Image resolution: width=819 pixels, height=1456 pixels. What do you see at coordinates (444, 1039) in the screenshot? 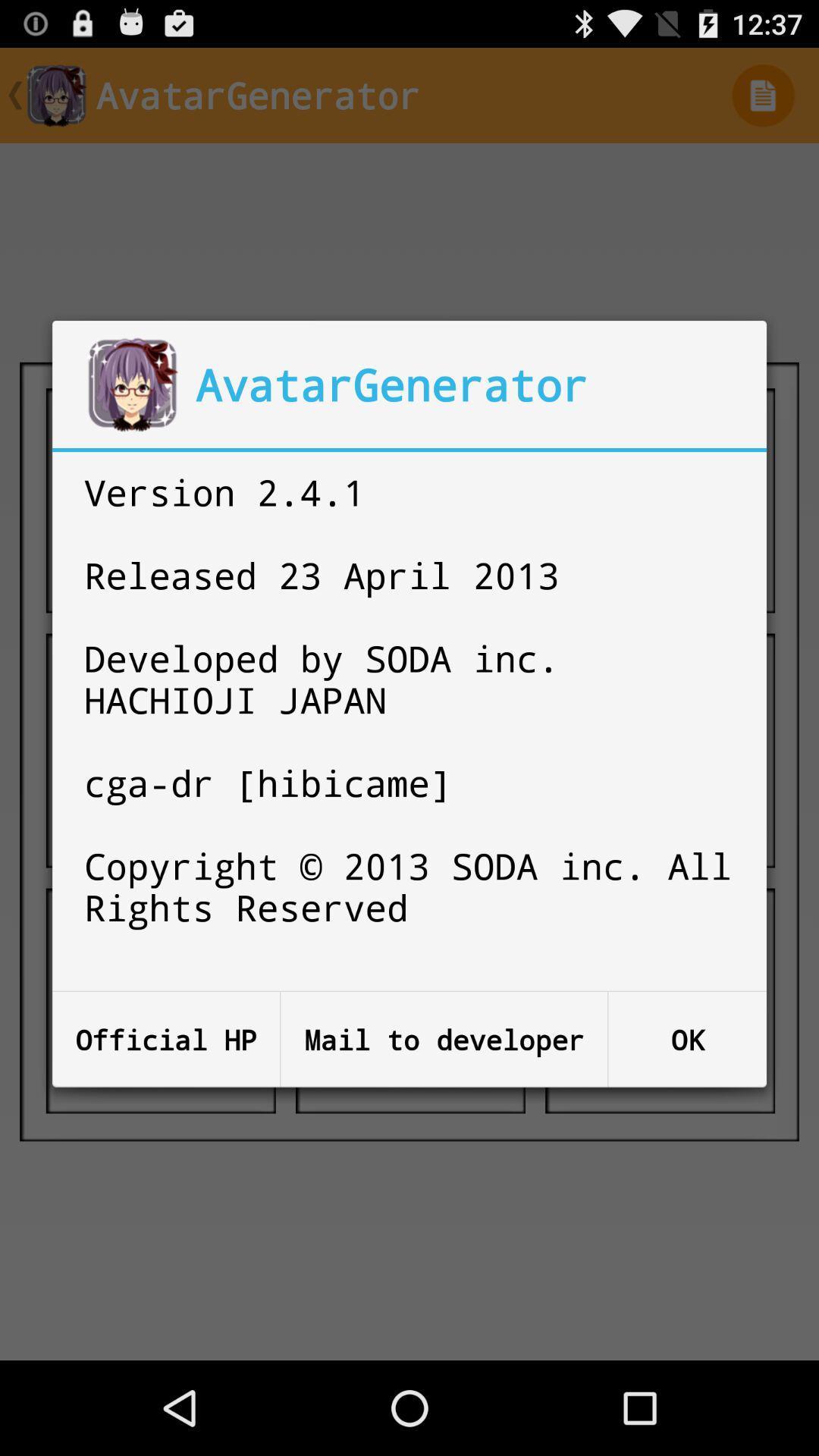
I see `the mail to developer button` at bounding box center [444, 1039].